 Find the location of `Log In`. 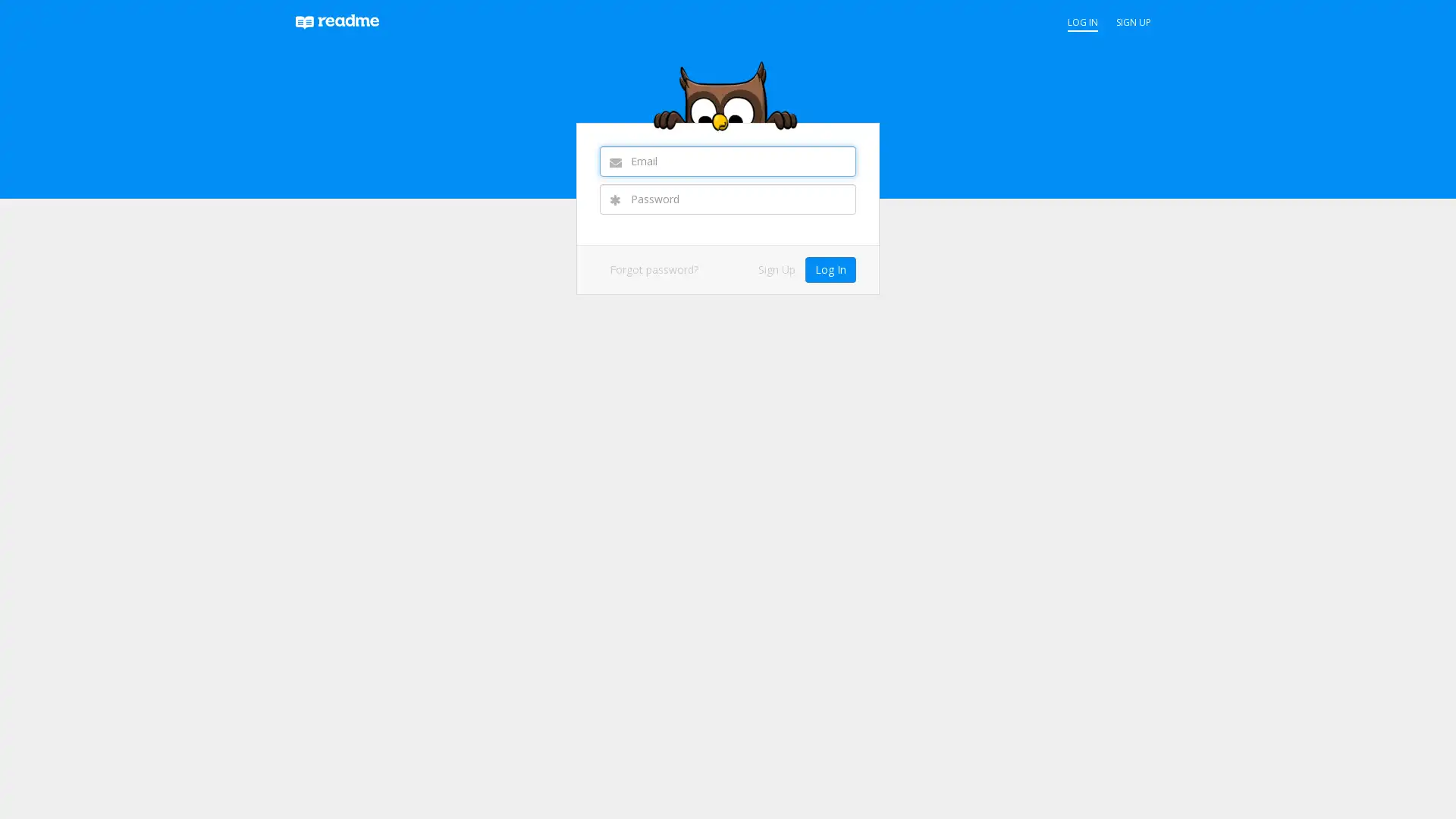

Log In is located at coordinates (830, 268).